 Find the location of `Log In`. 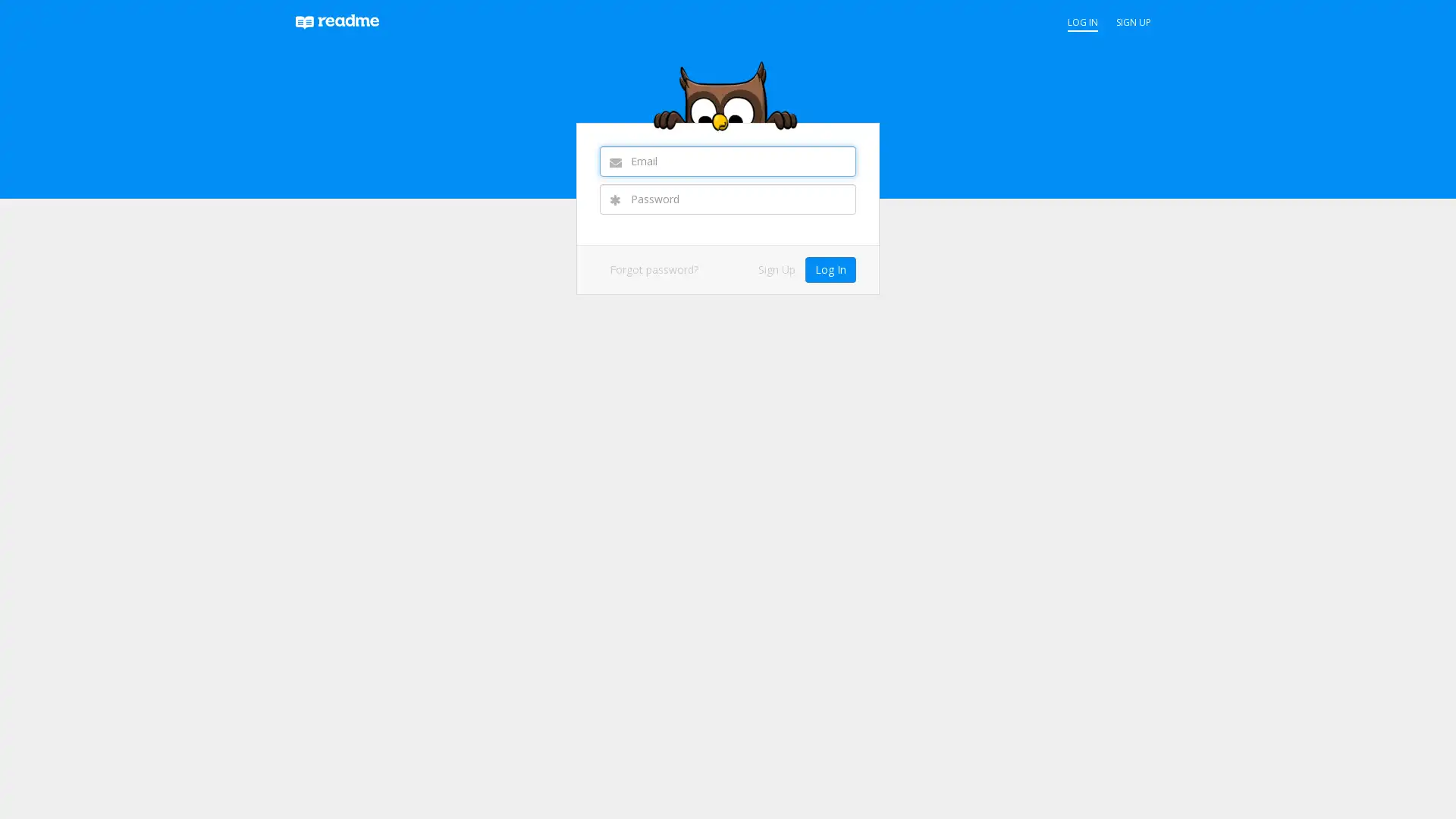

Log In is located at coordinates (830, 268).